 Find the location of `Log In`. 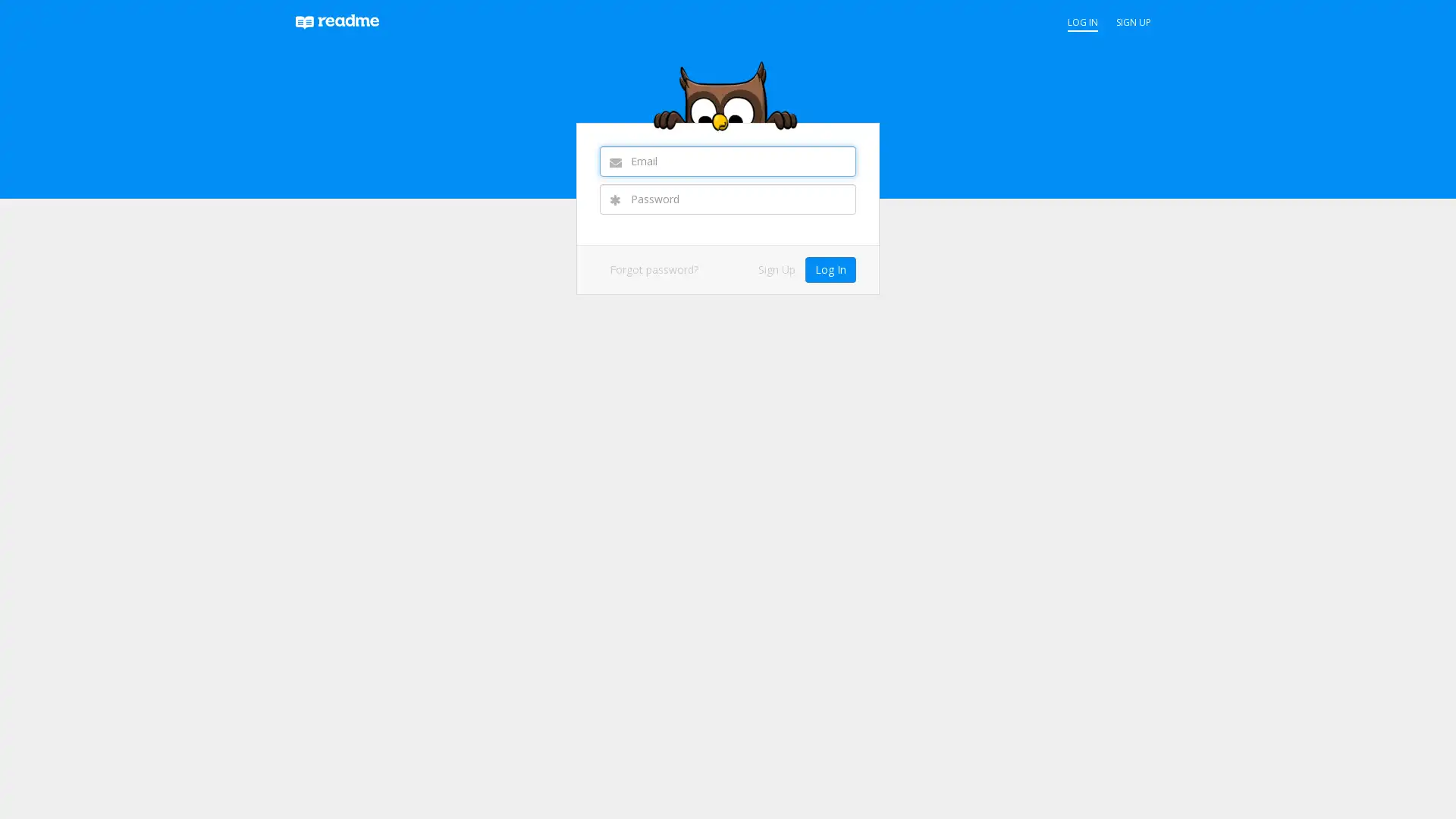

Log In is located at coordinates (830, 268).